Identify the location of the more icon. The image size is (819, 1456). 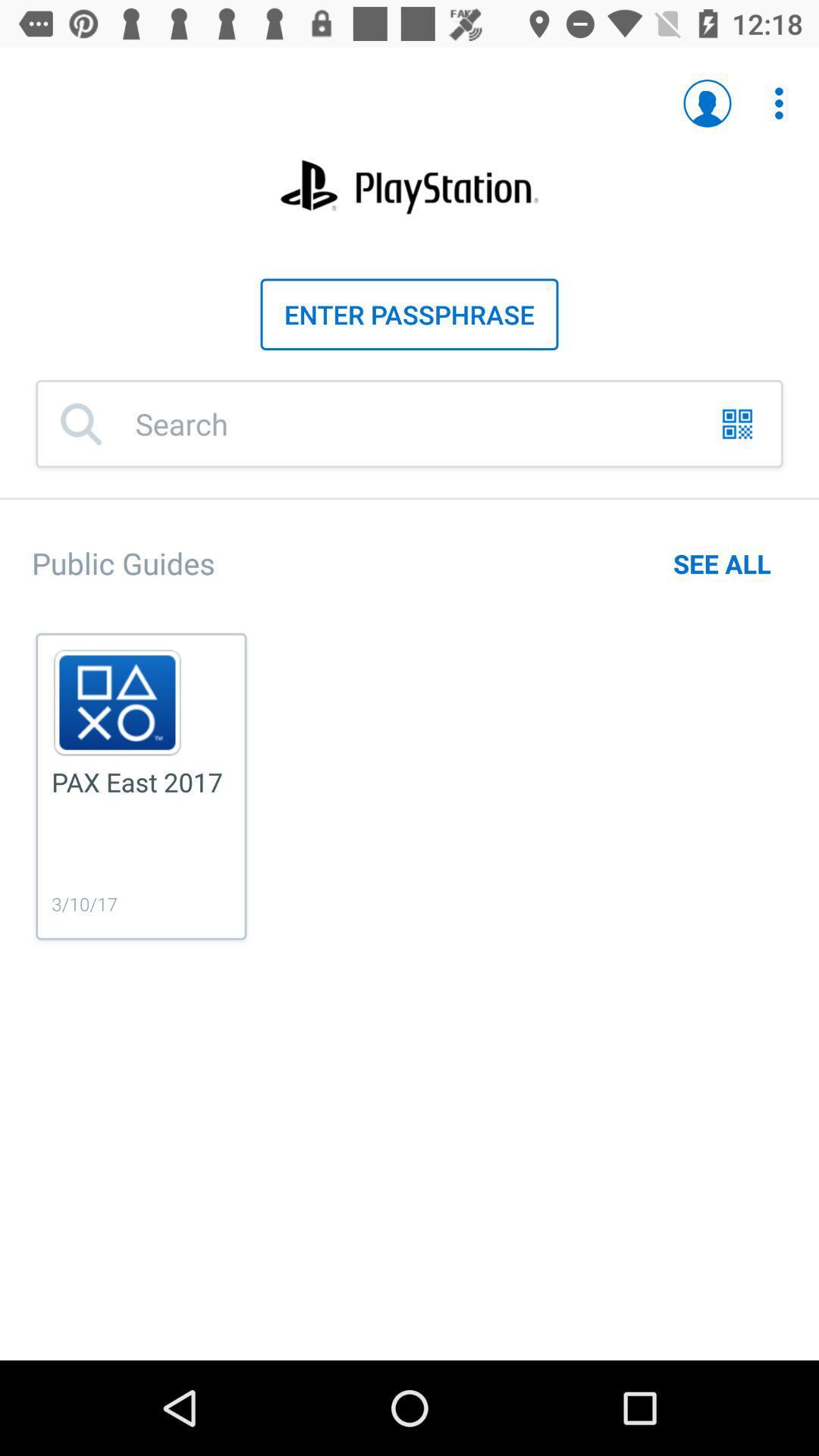
(770, 95).